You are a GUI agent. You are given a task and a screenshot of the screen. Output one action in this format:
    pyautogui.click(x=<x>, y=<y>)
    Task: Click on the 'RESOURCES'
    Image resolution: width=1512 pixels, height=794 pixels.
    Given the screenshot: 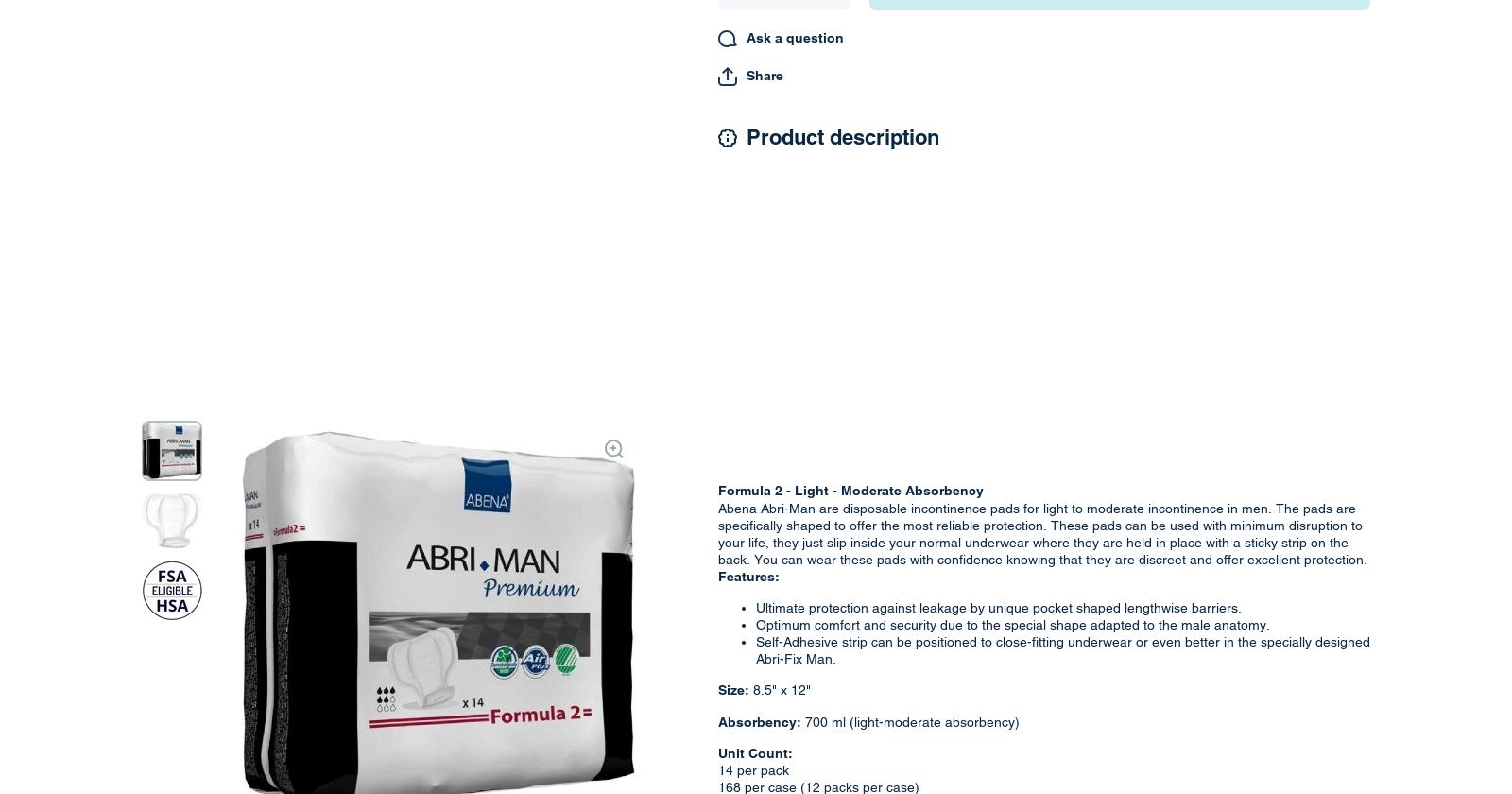 What is the action you would take?
    pyautogui.click(x=1167, y=302)
    